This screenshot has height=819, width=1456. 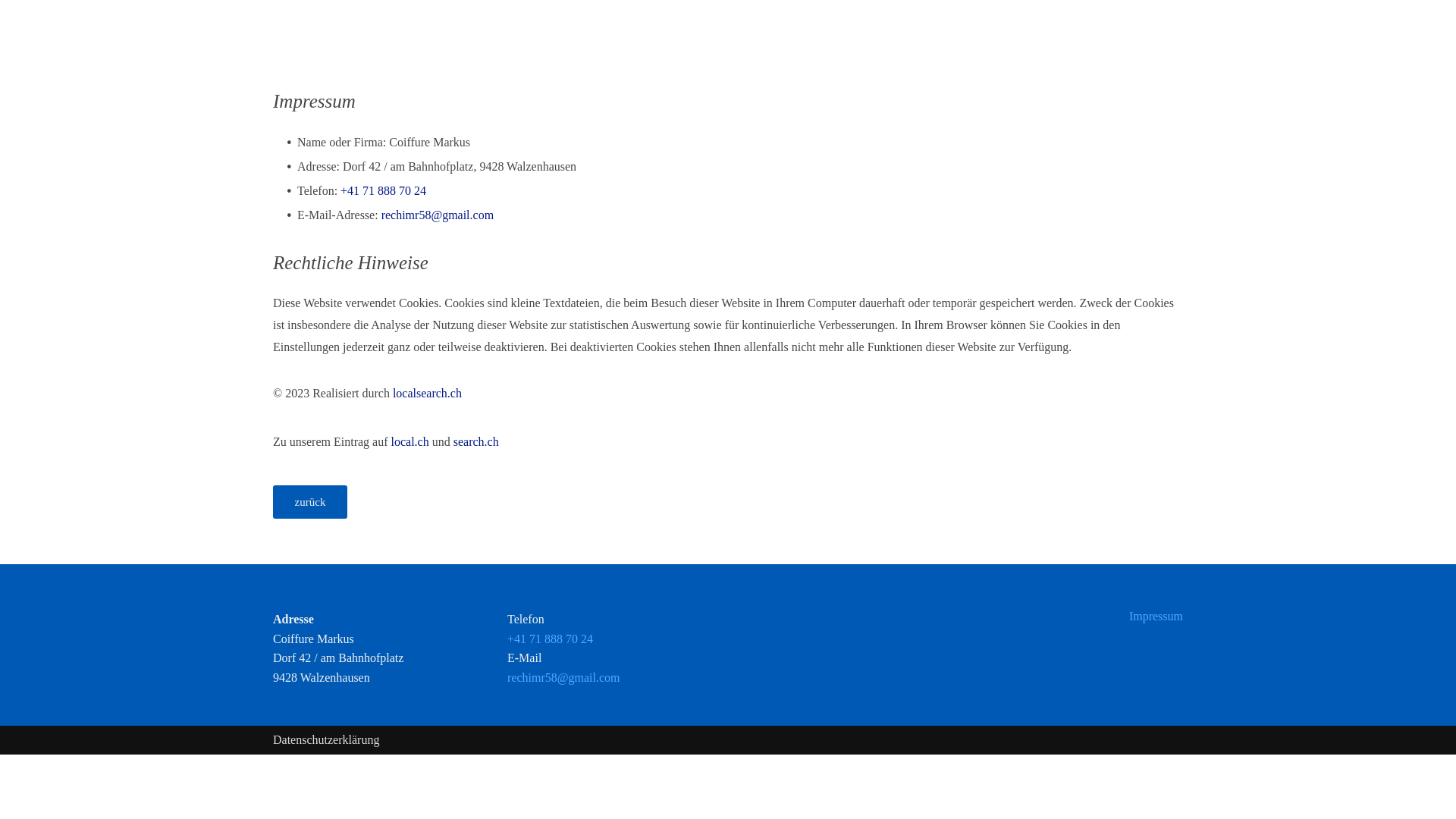 I want to click on '+41 71 888 70 24', so click(x=383, y=190).